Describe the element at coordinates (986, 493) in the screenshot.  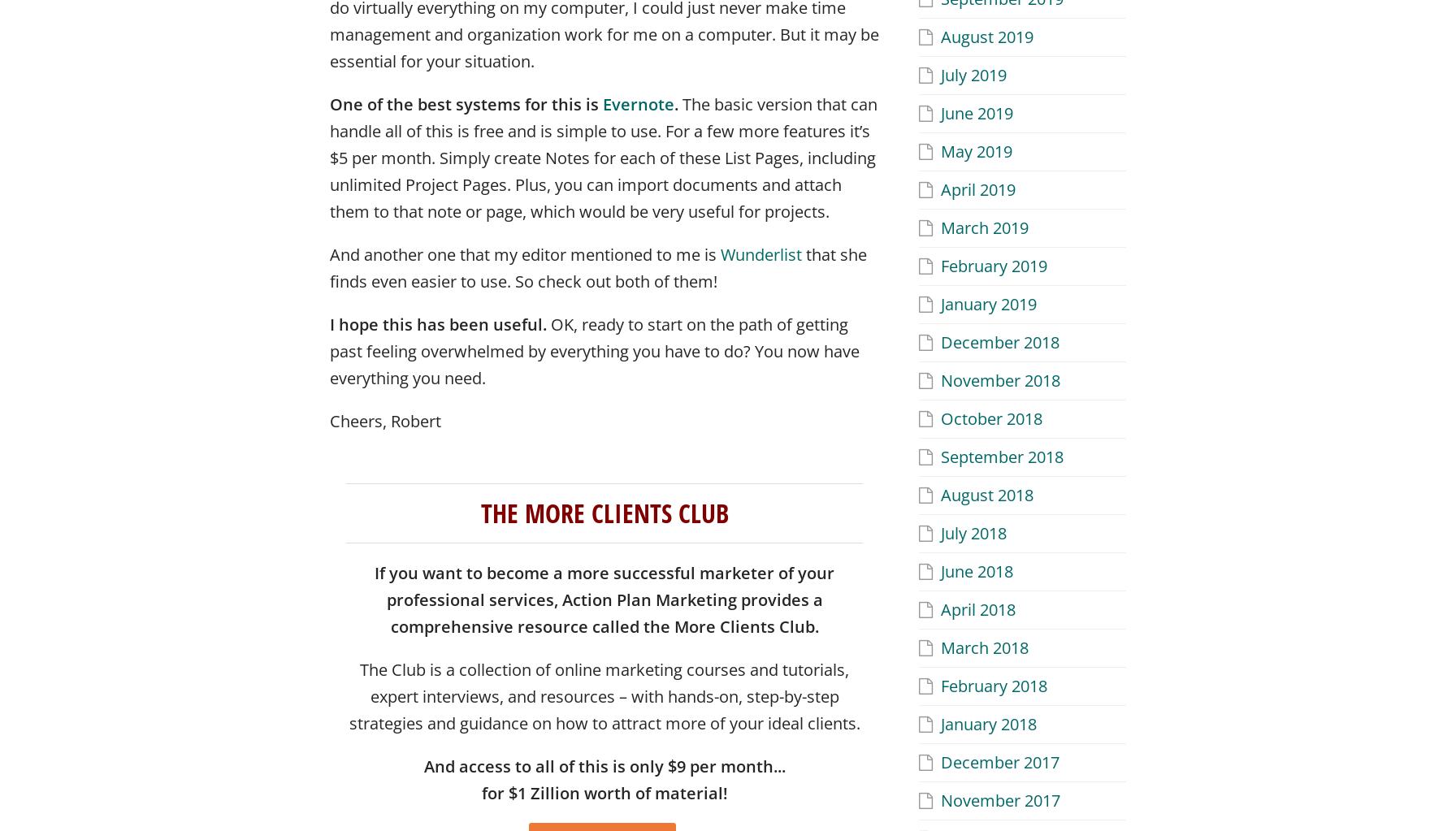
I see `'August 2018'` at that location.